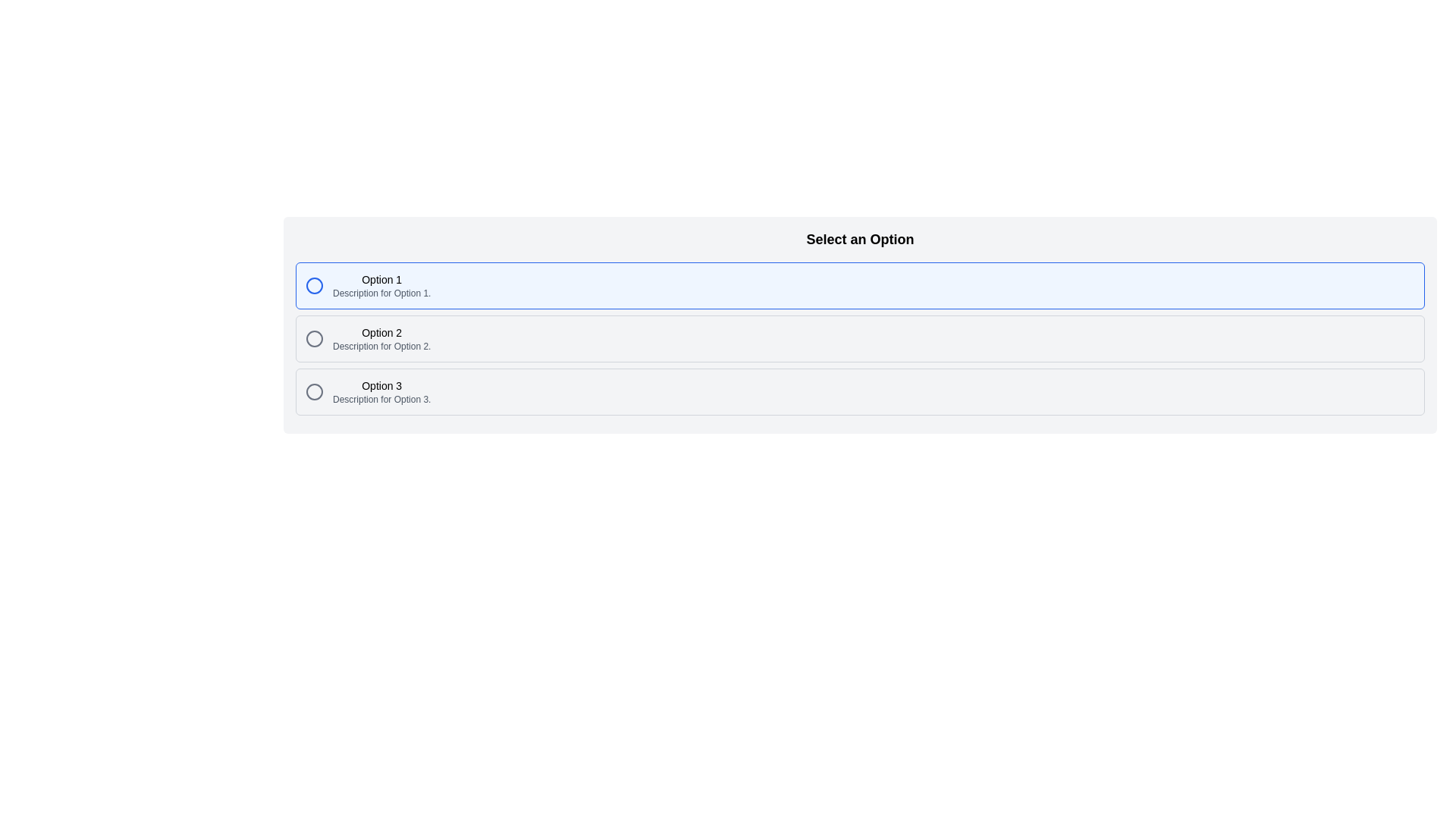 This screenshot has height=819, width=1456. What do you see at coordinates (313, 286) in the screenshot?
I see `the circular icon with a blue border located to the left of 'Option 1' in the selectable list` at bounding box center [313, 286].